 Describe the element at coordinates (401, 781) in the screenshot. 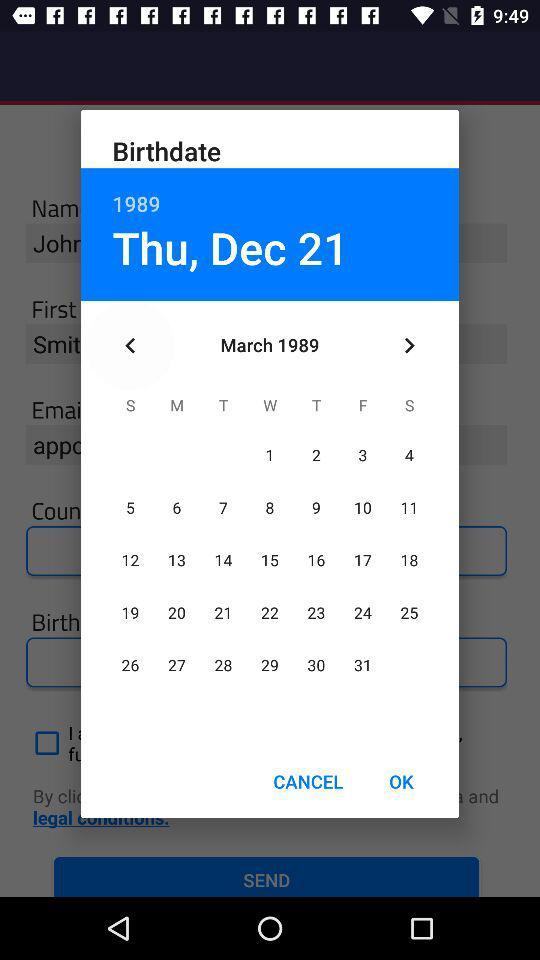

I see `the icon to the right of cancel` at that location.